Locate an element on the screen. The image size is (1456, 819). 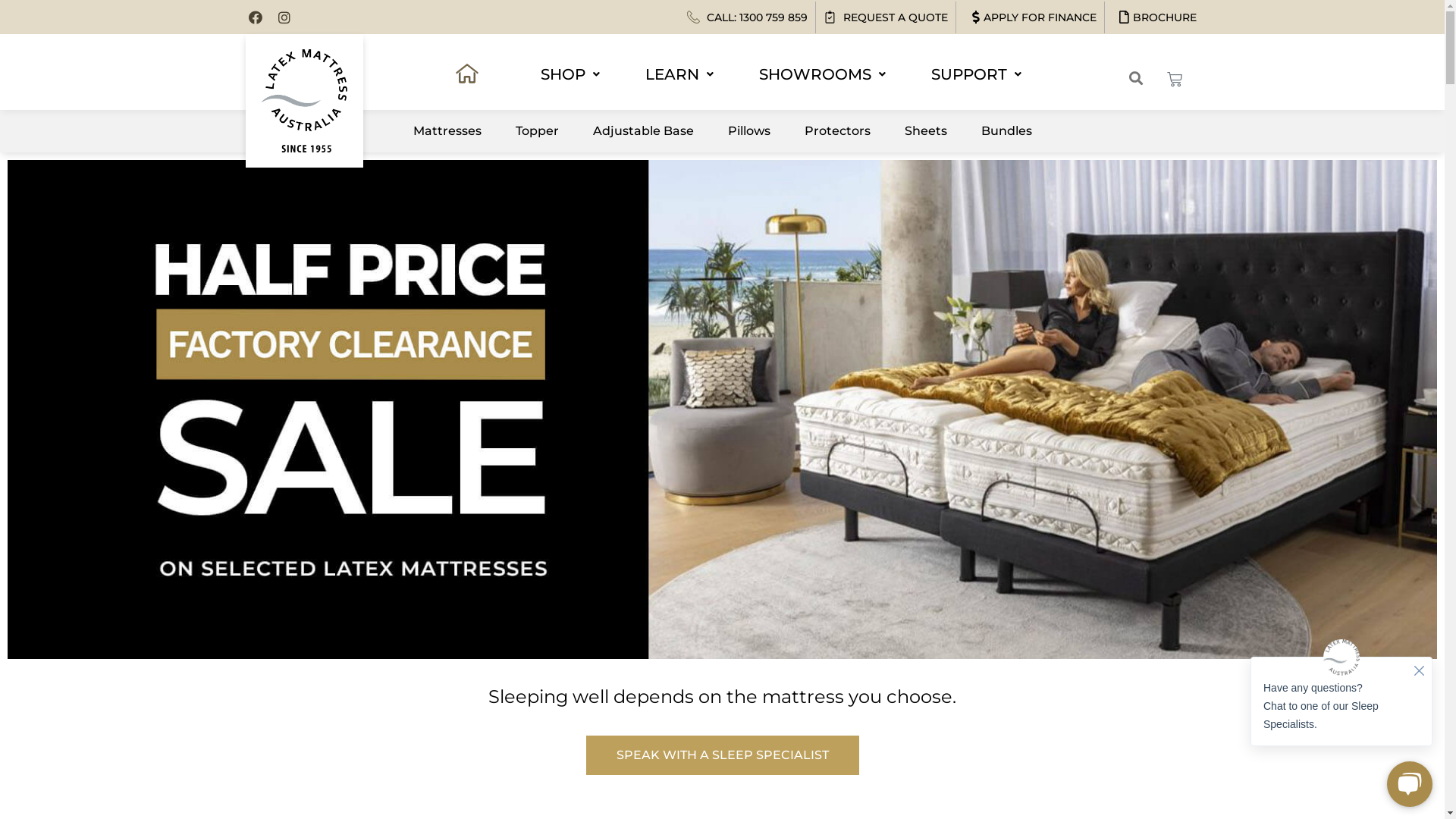
'Sheets' is located at coordinates (924, 130).